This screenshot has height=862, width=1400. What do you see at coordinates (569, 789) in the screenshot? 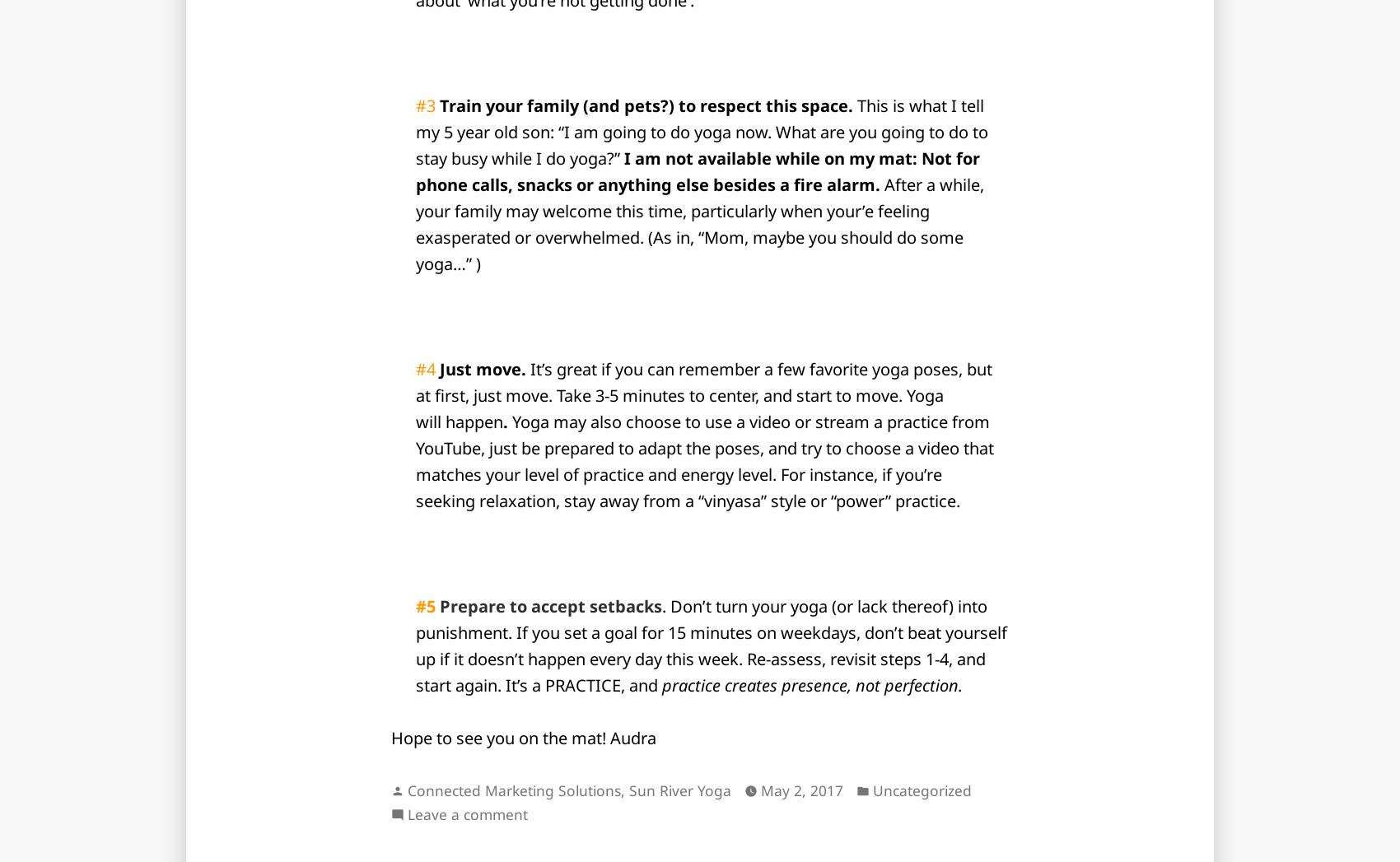
I see `'Connected Marketing Solutions, Sun River Yoga'` at bounding box center [569, 789].